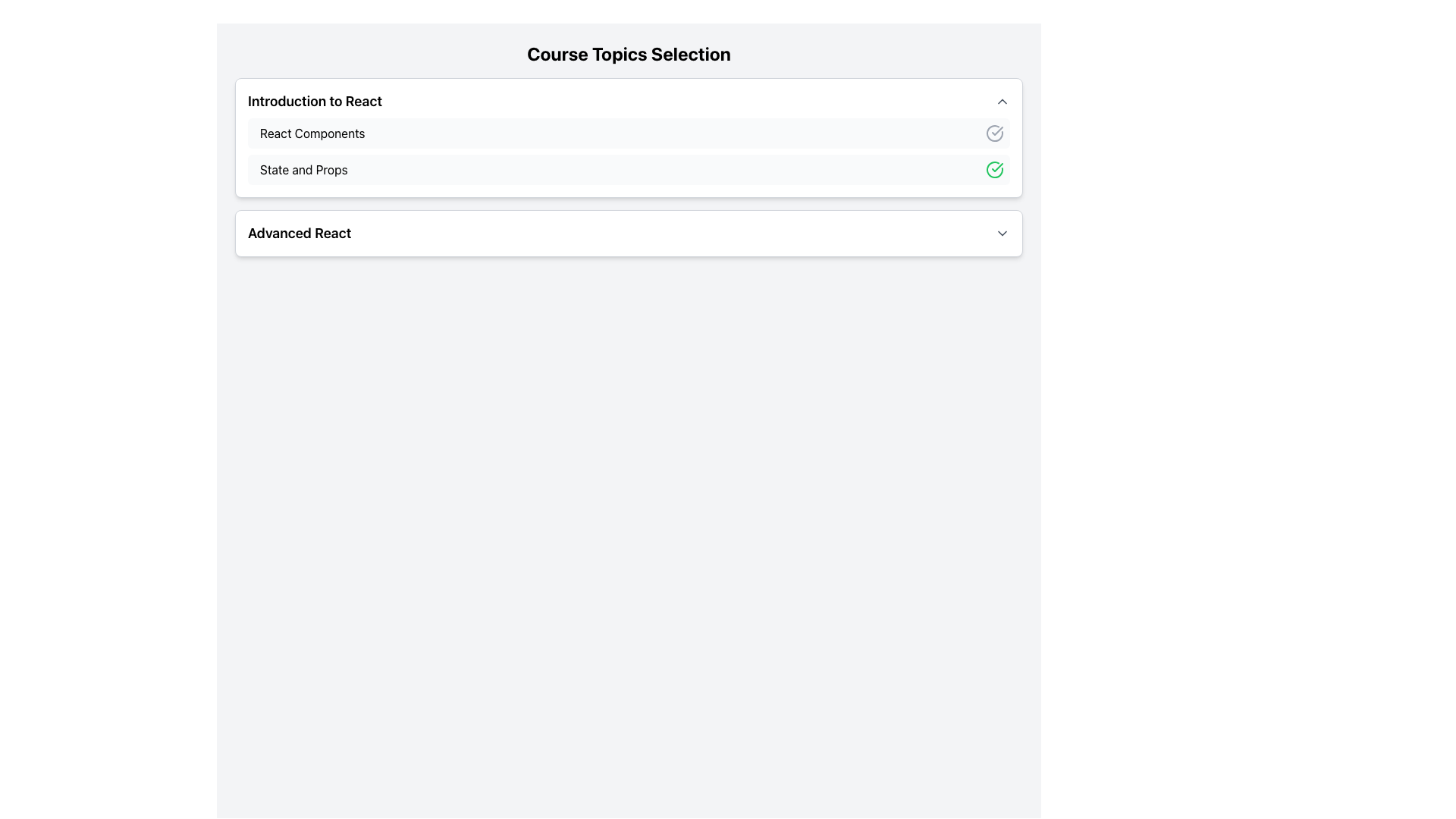 This screenshot has width=1456, height=819. I want to click on the circular checkmark icon with a gray outlined checkmark, located on the right side of the 'React Components' list item, so click(994, 133).